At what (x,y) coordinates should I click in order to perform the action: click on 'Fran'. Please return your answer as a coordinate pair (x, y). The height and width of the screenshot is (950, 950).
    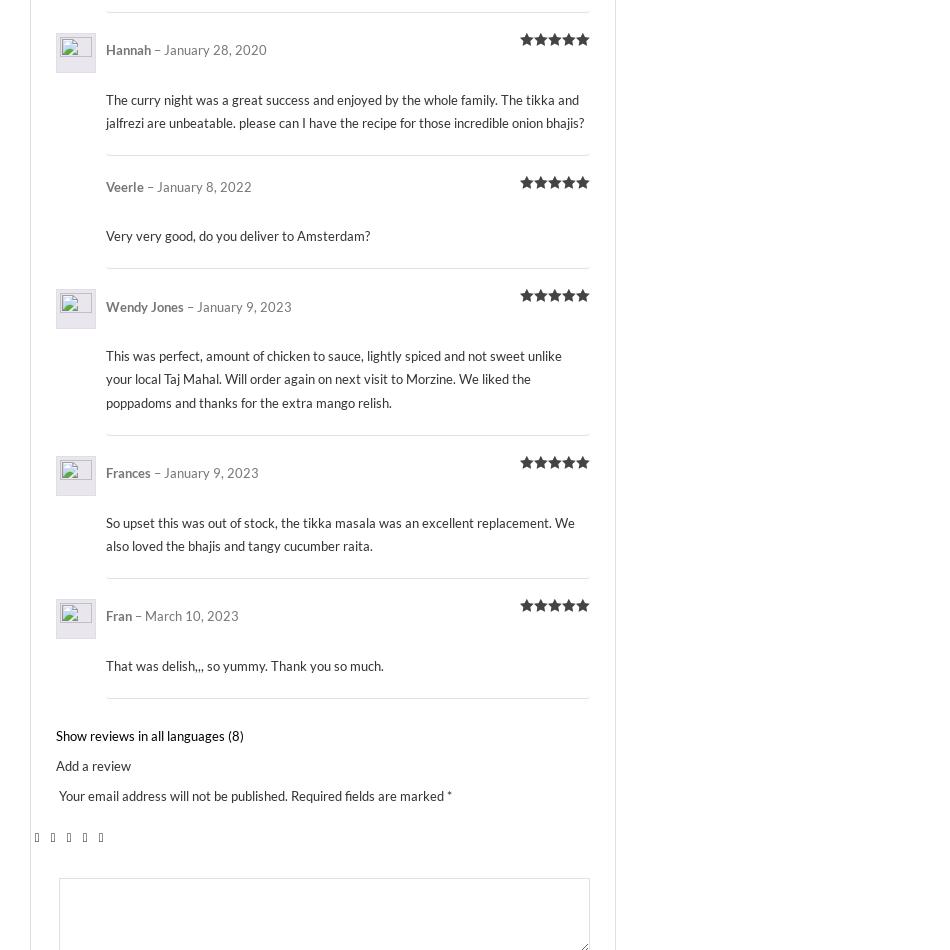
    Looking at the image, I should click on (106, 615).